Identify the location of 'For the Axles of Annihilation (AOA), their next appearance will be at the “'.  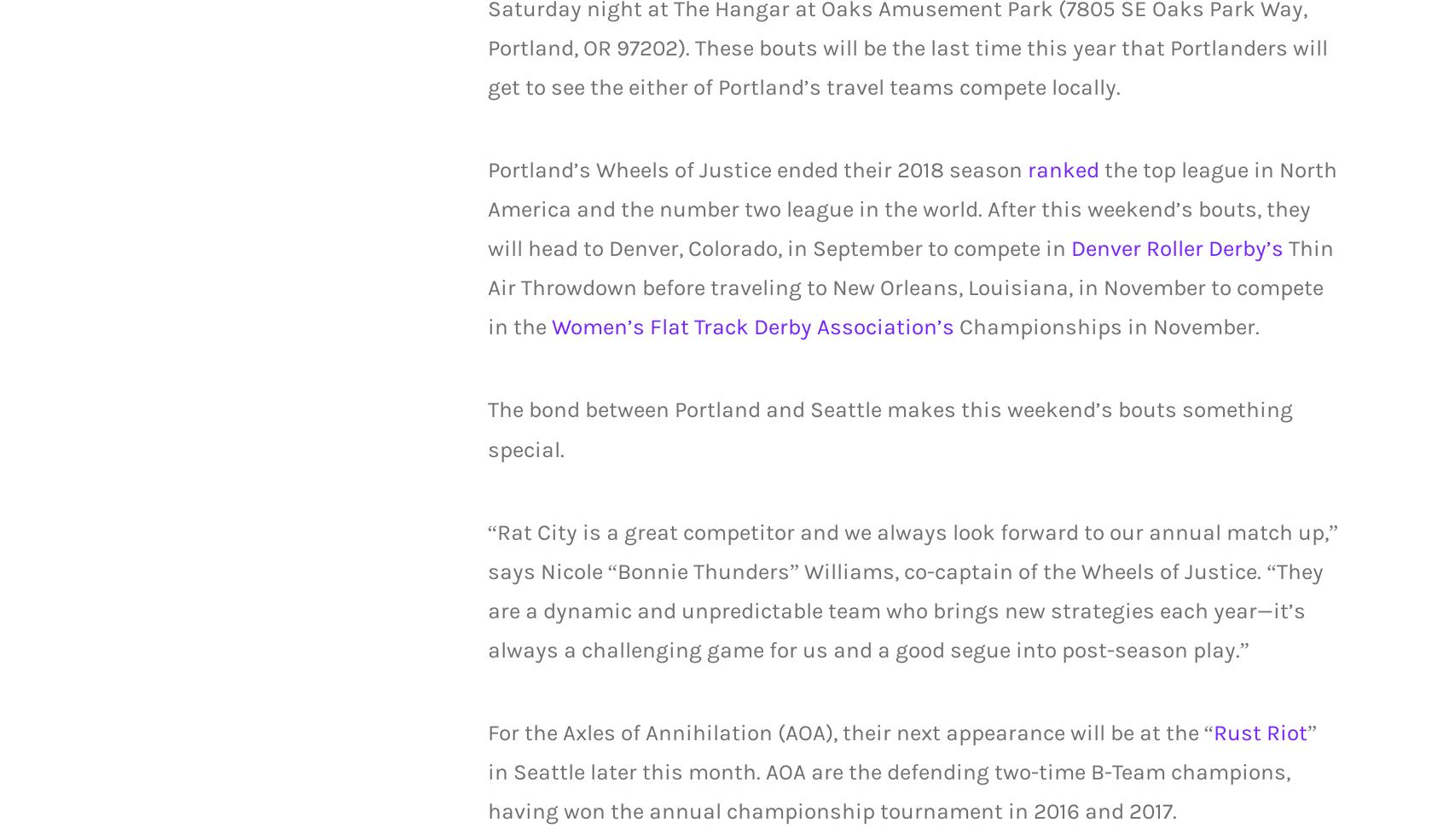
(849, 732).